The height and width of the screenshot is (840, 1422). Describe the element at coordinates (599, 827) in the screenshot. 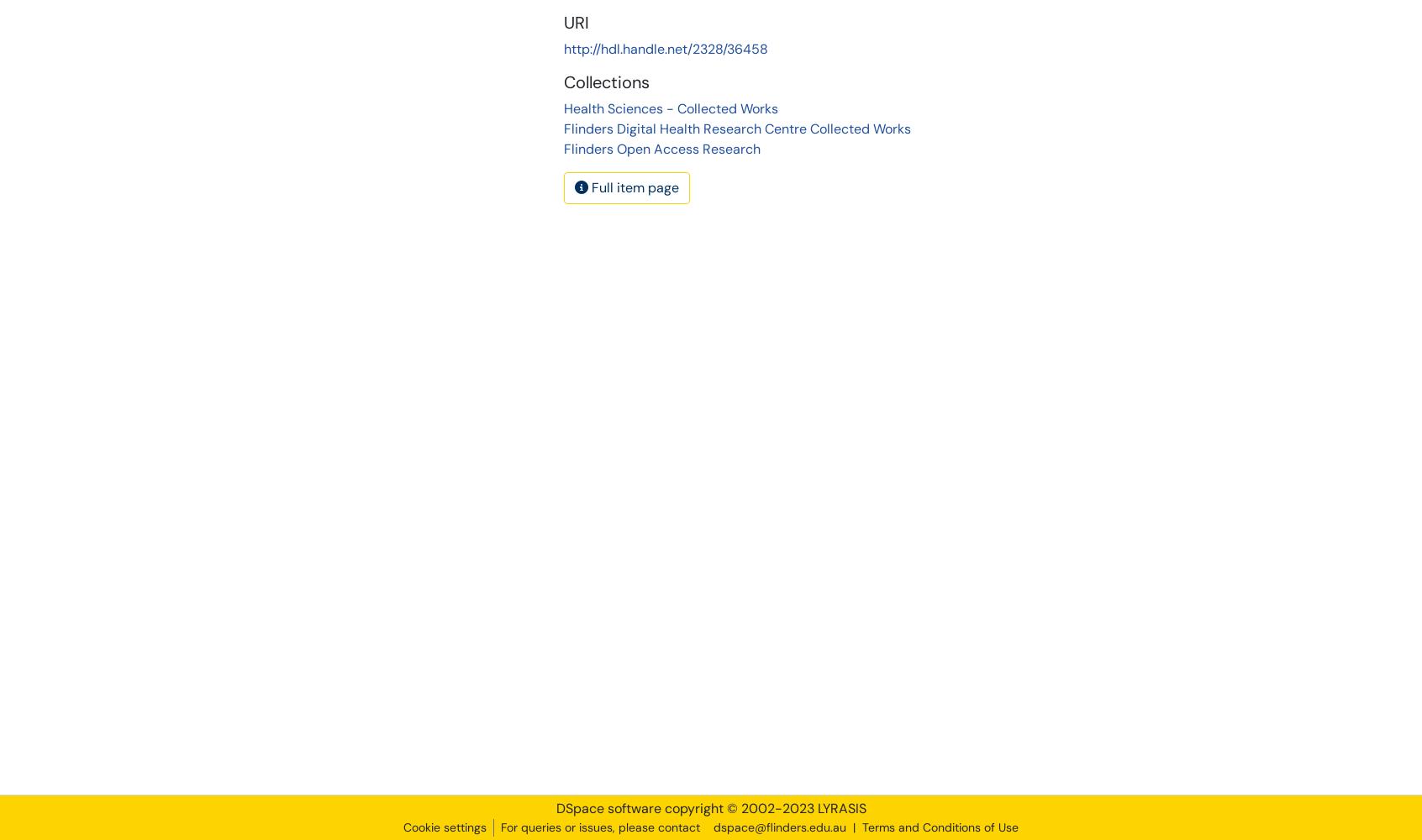

I see `'For queries or issues, please contact'` at that location.